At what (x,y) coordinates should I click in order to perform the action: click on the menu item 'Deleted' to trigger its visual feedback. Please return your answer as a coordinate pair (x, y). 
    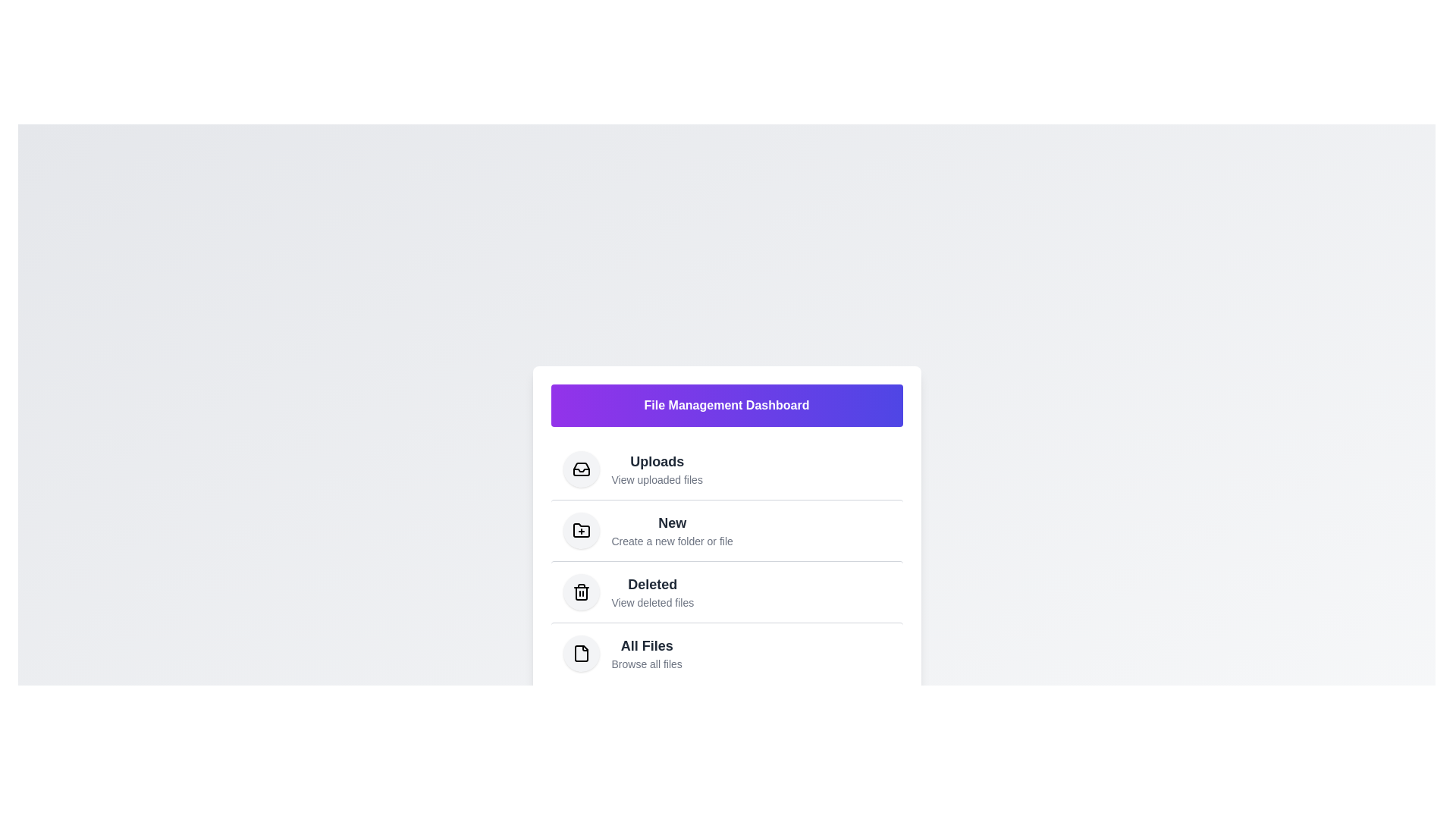
    Looking at the image, I should click on (726, 590).